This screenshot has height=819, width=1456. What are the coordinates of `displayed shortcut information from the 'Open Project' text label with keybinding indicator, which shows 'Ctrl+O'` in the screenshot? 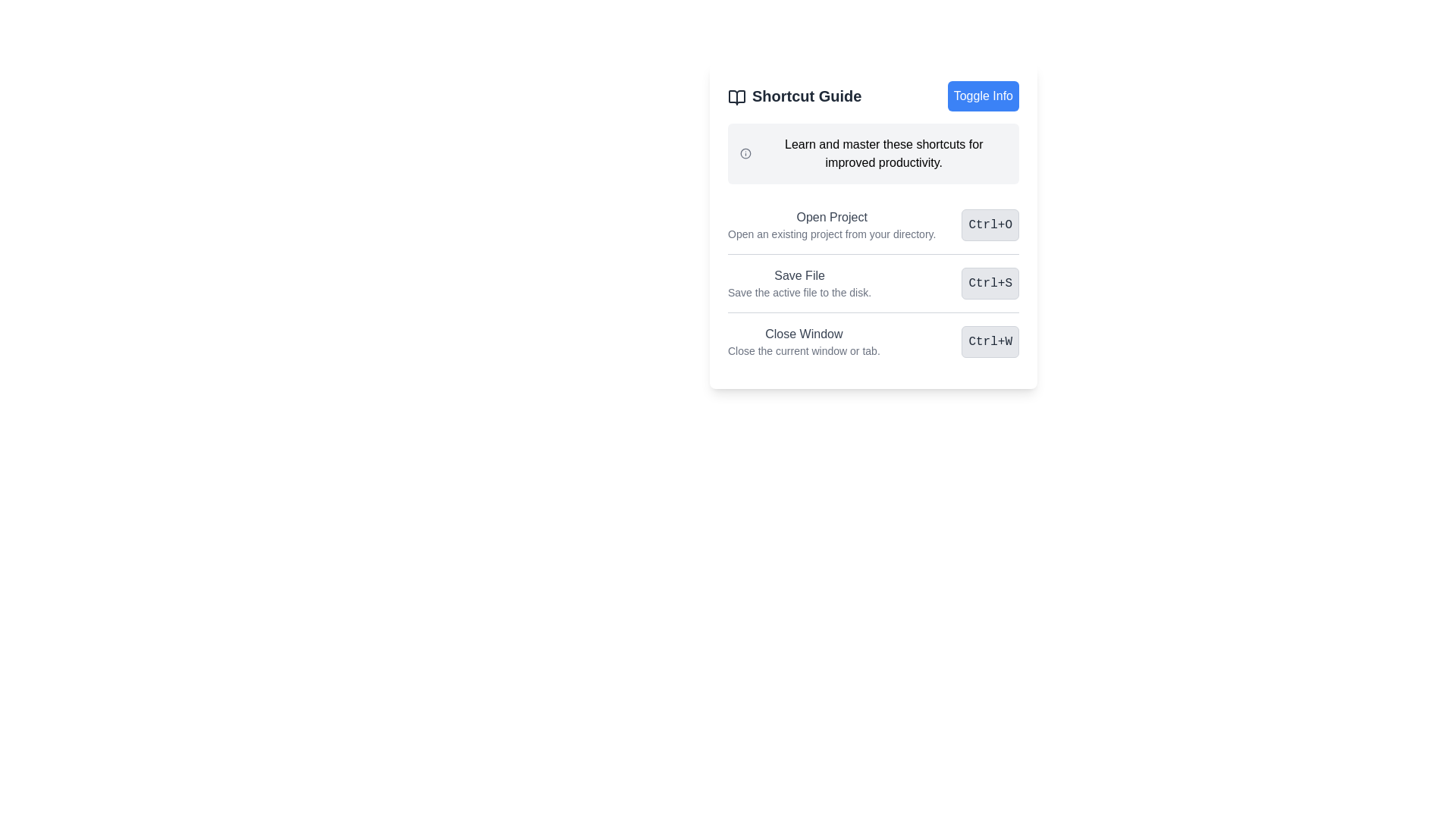 It's located at (874, 225).